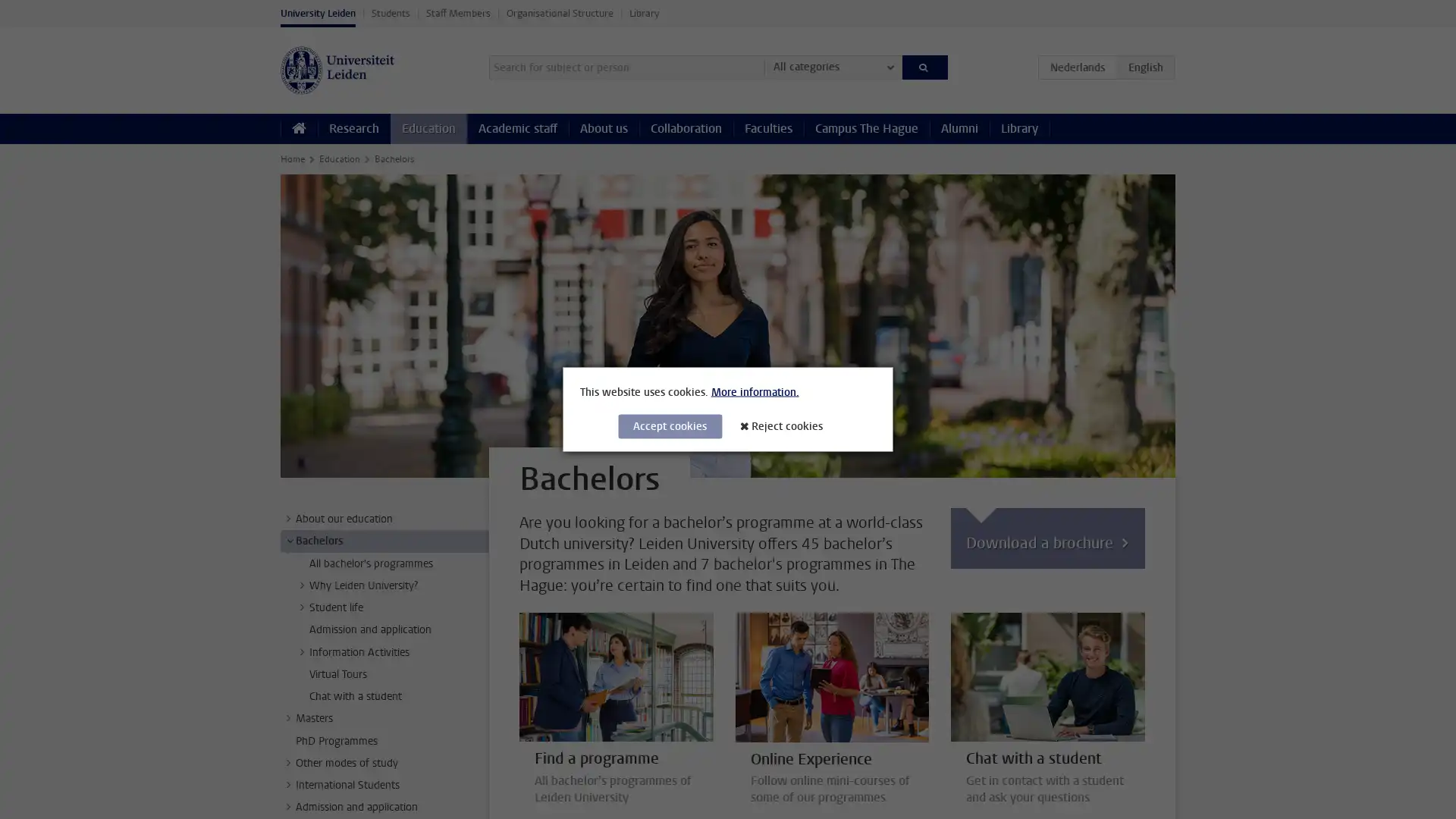  Describe the element at coordinates (832, 66) in the screenshot. I see `All categories` at that location.